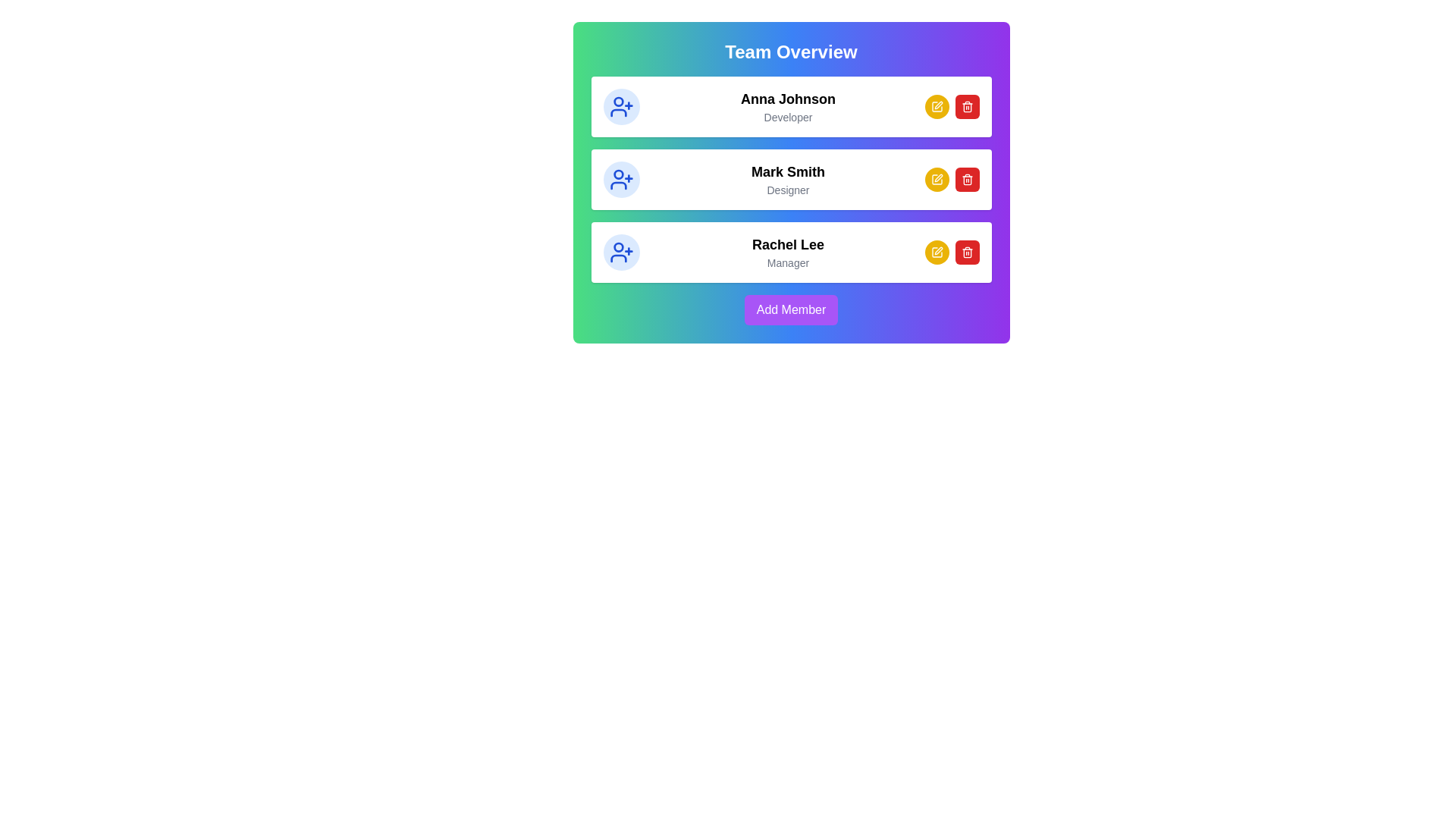  I want to click on the text label indicating the role 'Manager' associated with team member 'Rachel Lee', located in the third row of the team overview list, so click(788, 262).